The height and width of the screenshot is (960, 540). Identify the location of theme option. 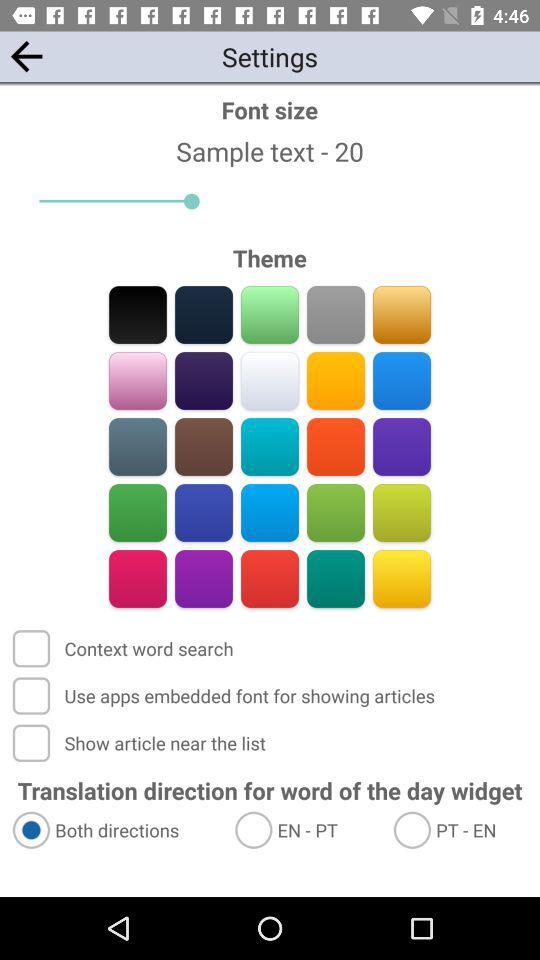
(270, 380).